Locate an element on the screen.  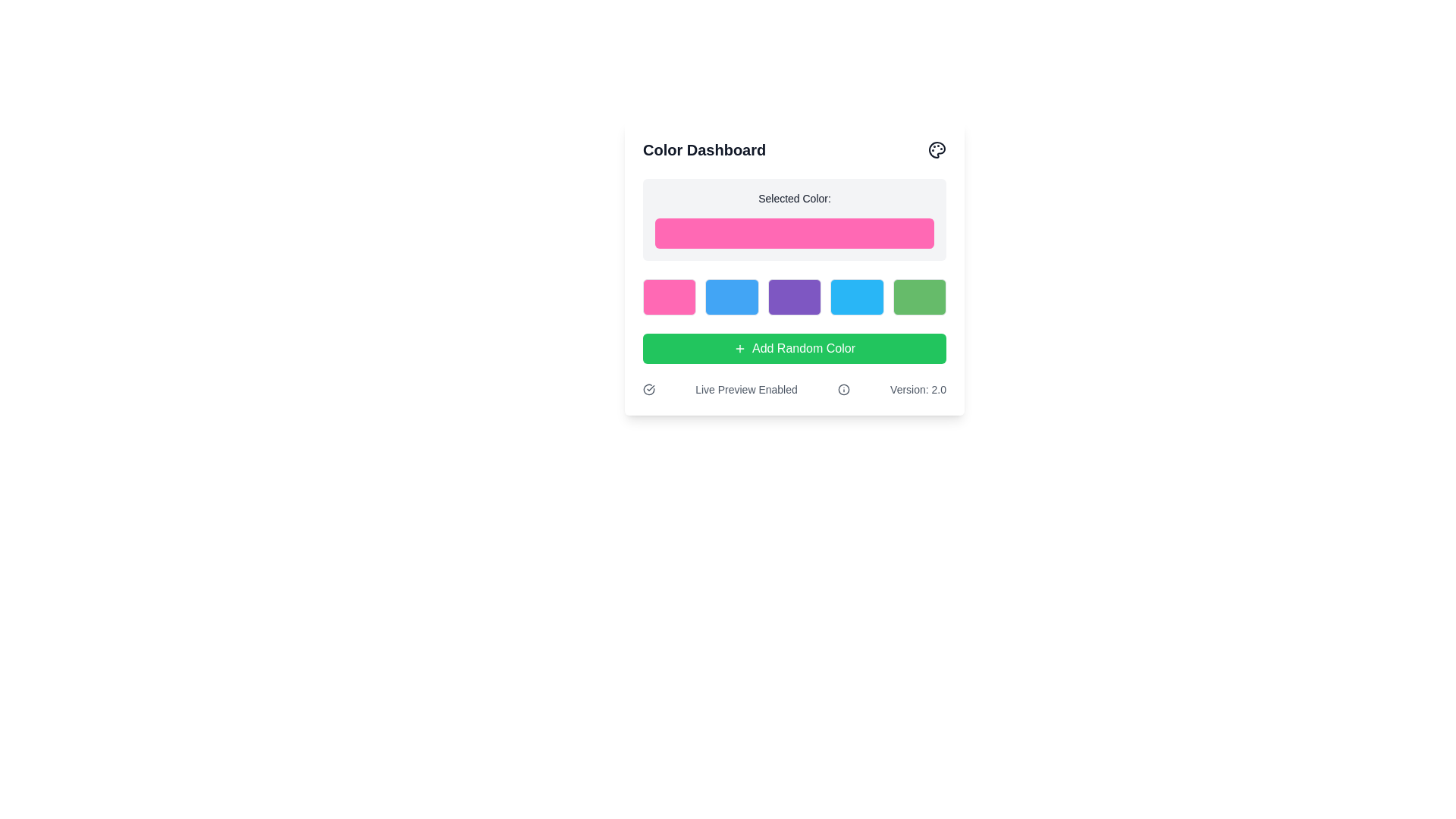
the first button in the grid below the 'Selected Color' section is located at coordinates (669, 297).